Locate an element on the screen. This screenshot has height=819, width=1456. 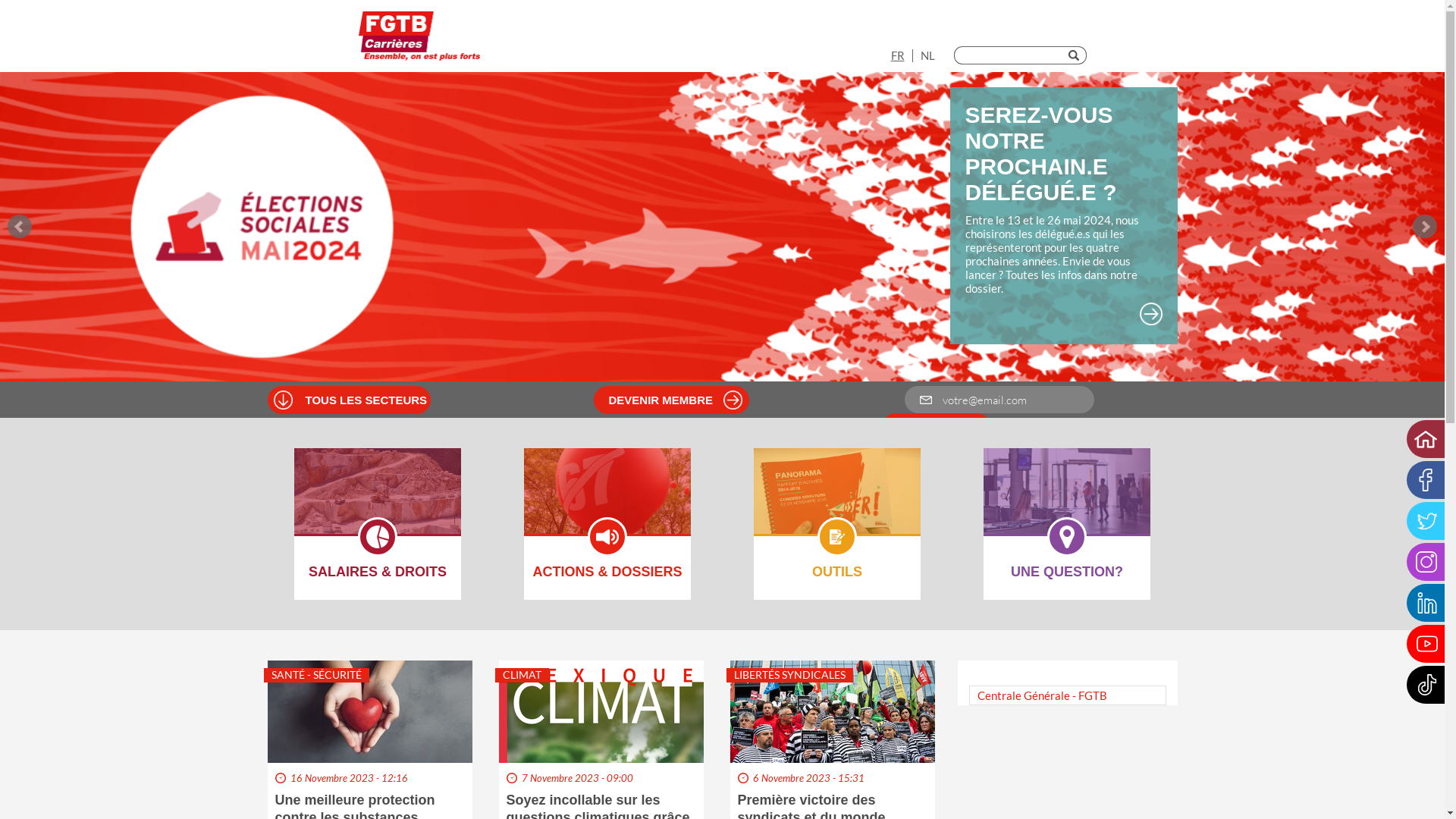
'Prev' is located at coordinates (7, 227).